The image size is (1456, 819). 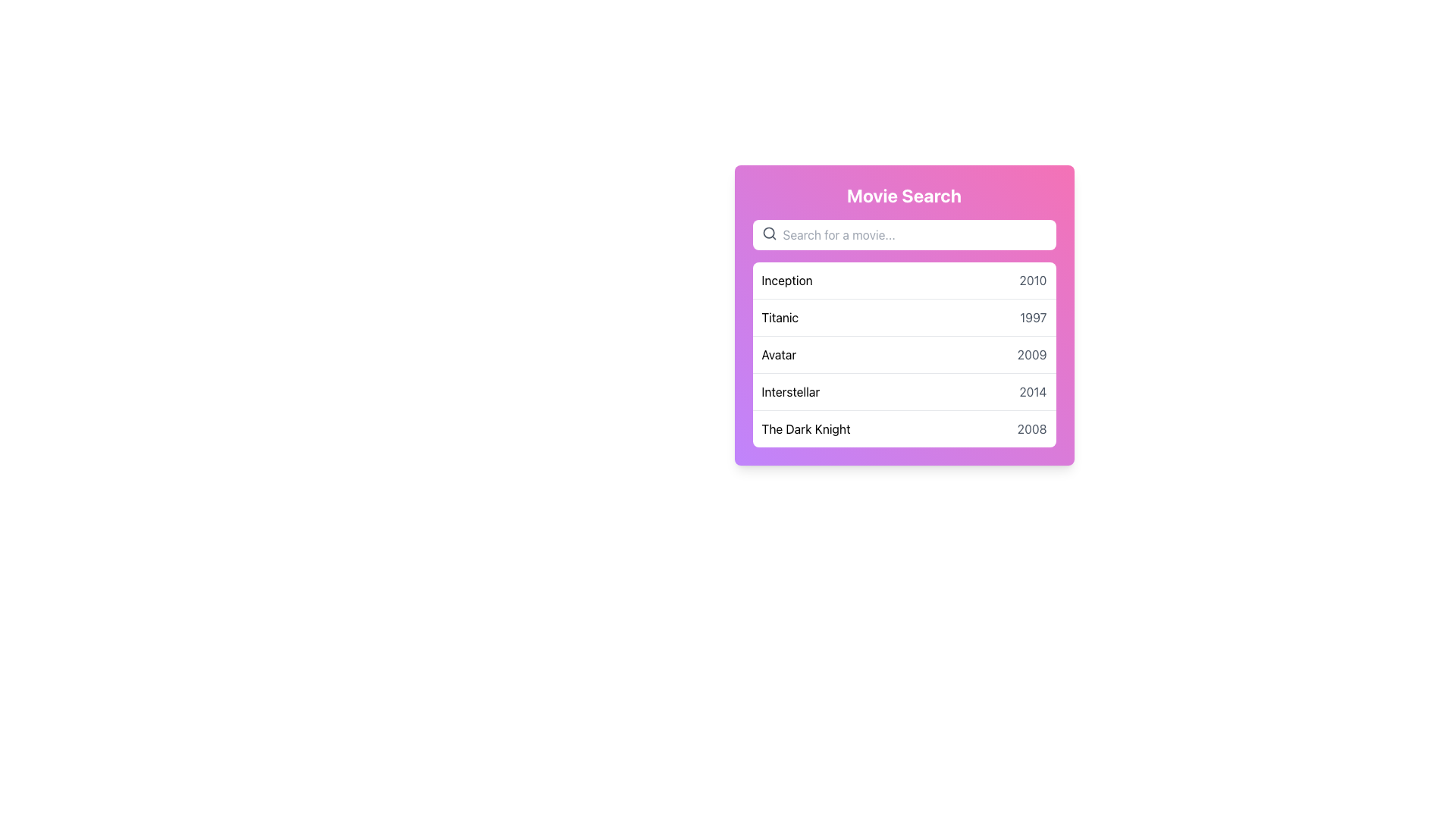 What do you see at coordinates (904, 391) in the screenshot?
I see `the List Item element that displays the movie title 'Interstellar' (2014) in the fourth row of the 'Movie Search' list` at bounding box center [904, 391].